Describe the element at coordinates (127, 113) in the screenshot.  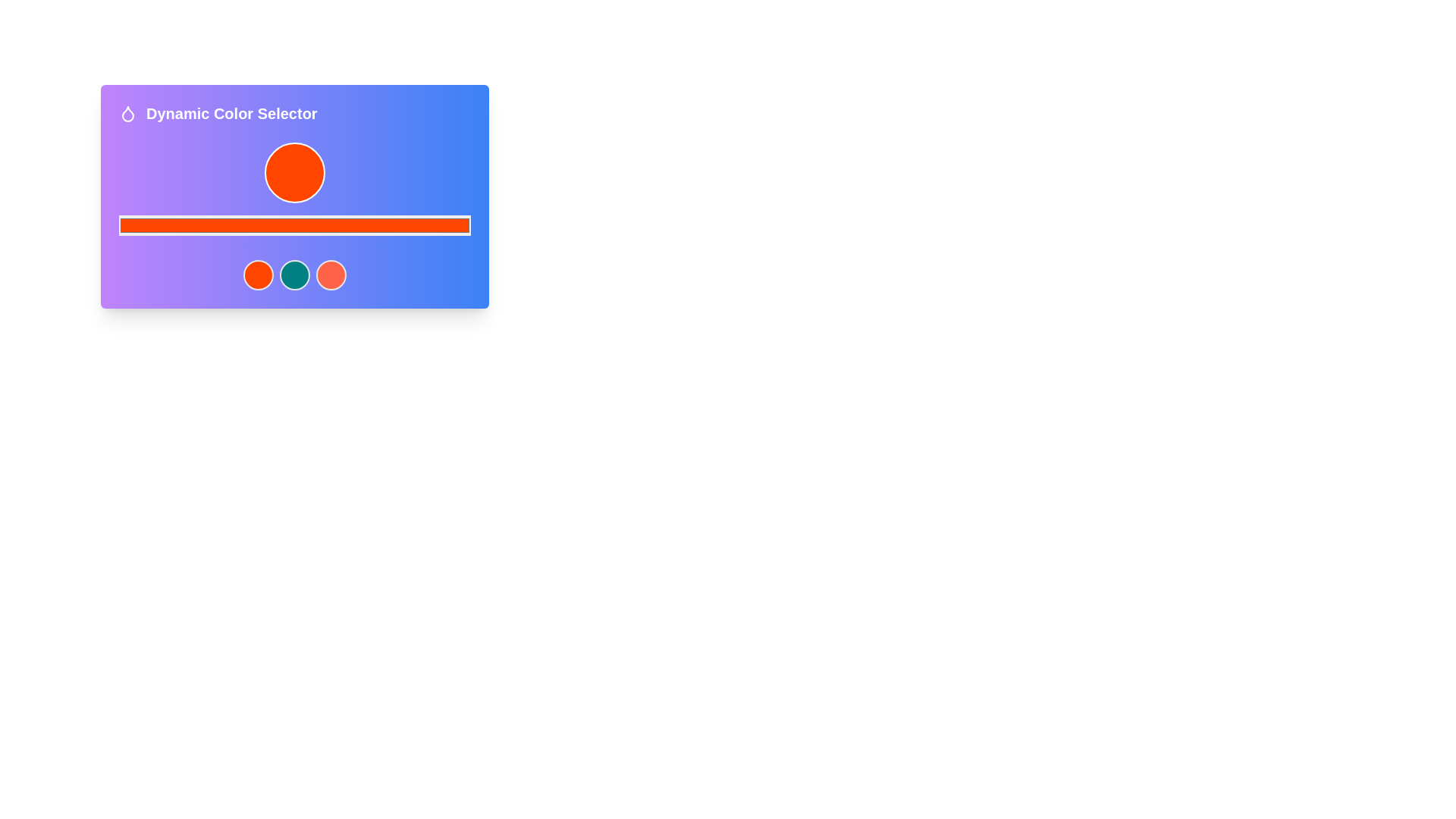
I see `the icon representing the dynamic color selector feature, which is located to the left of the text 'Dynamic Color Selector'` at that location.